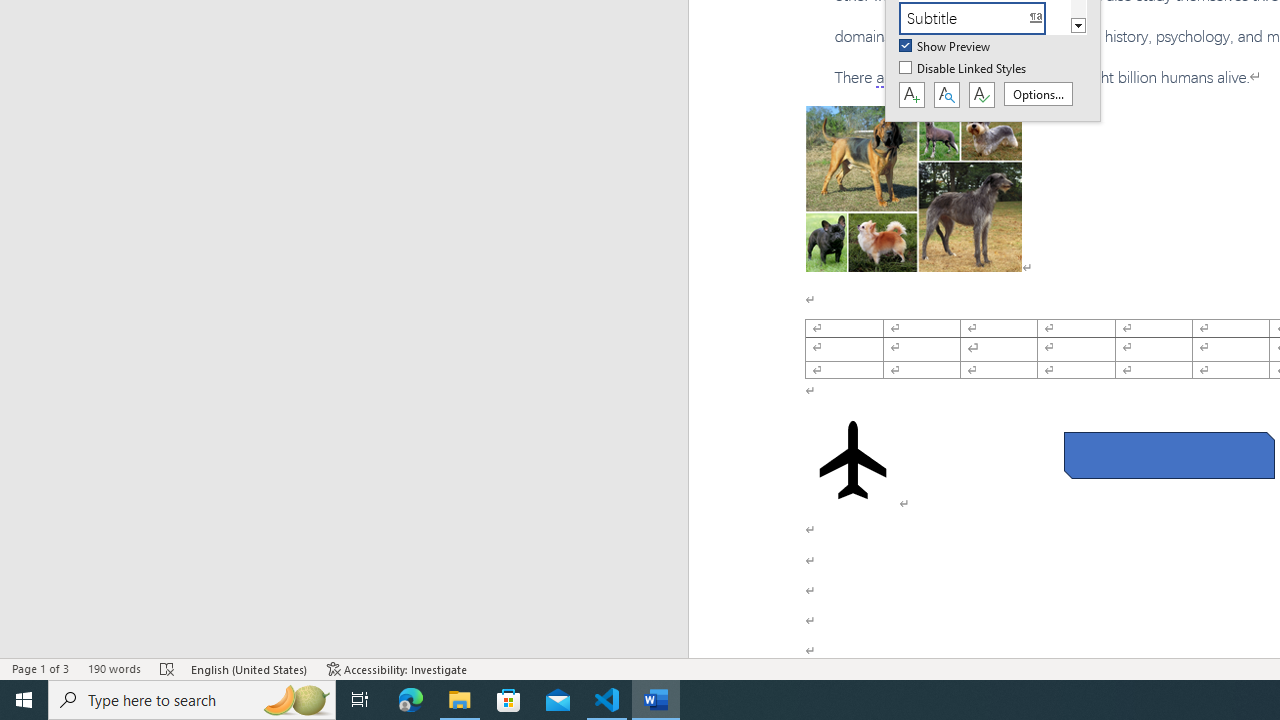 The width and height of the screenshot is (1280, 720). I want to click on 'Page Number Page 1 of 3', so click(40, 669).